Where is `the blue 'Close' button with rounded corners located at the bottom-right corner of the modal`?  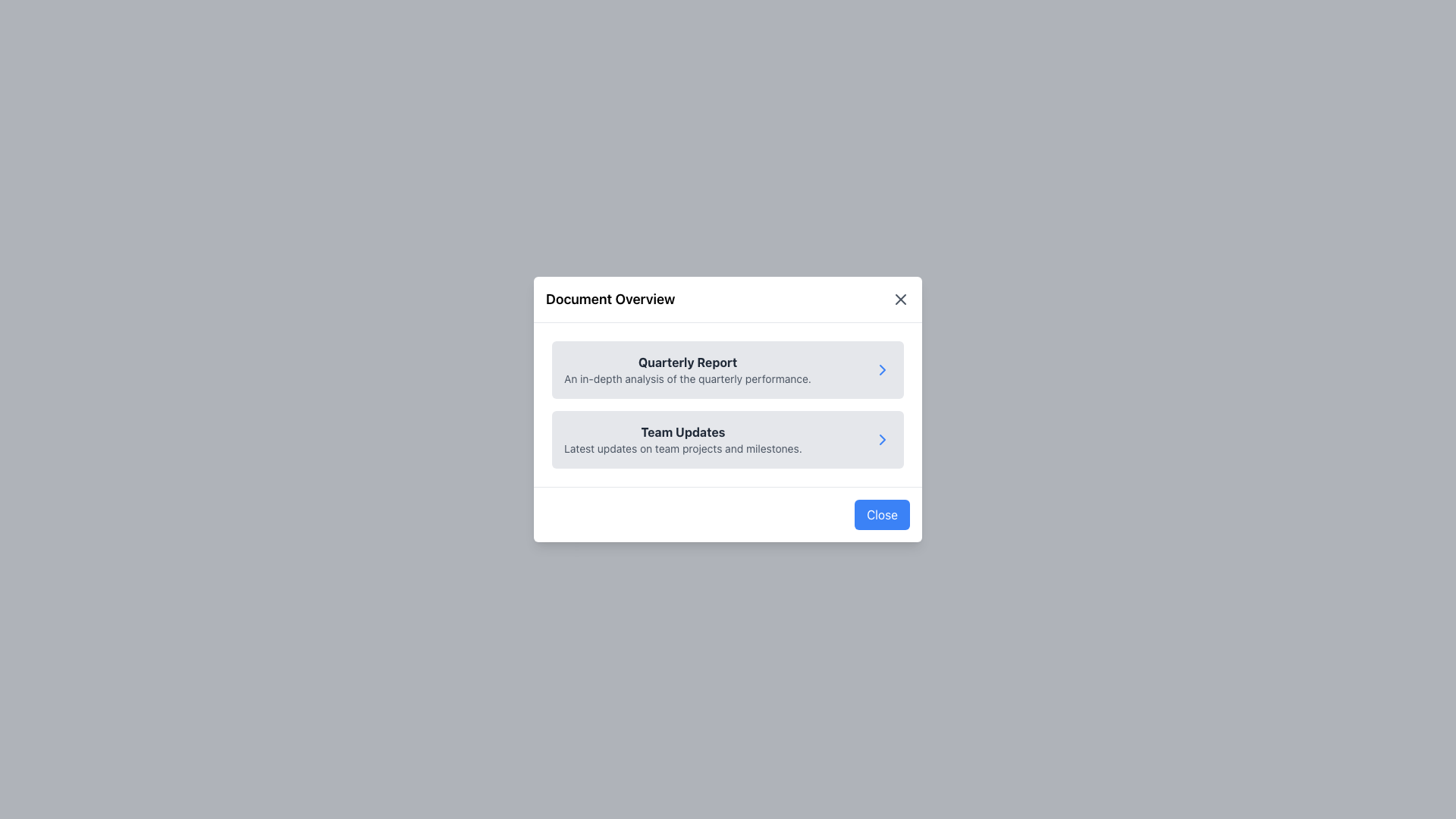
the blue 'Close' button with rounded corners located at the bottom-right corner of the modal is located at coordinates (882, 513).